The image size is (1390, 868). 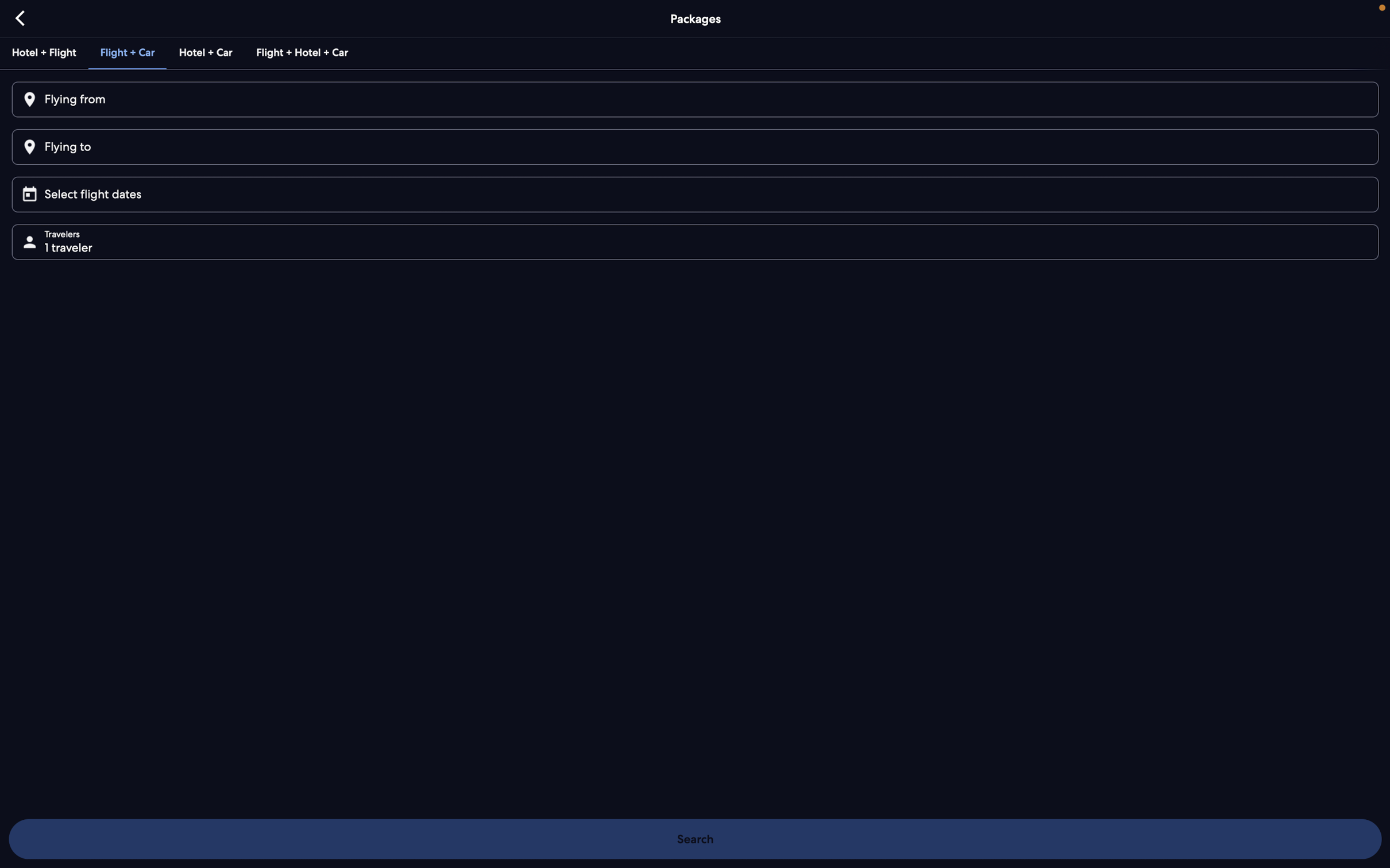 What do you see at coordinates (21, 17) in the screenshot?
I see `Go the previous page` at bounding box center [21, 17].